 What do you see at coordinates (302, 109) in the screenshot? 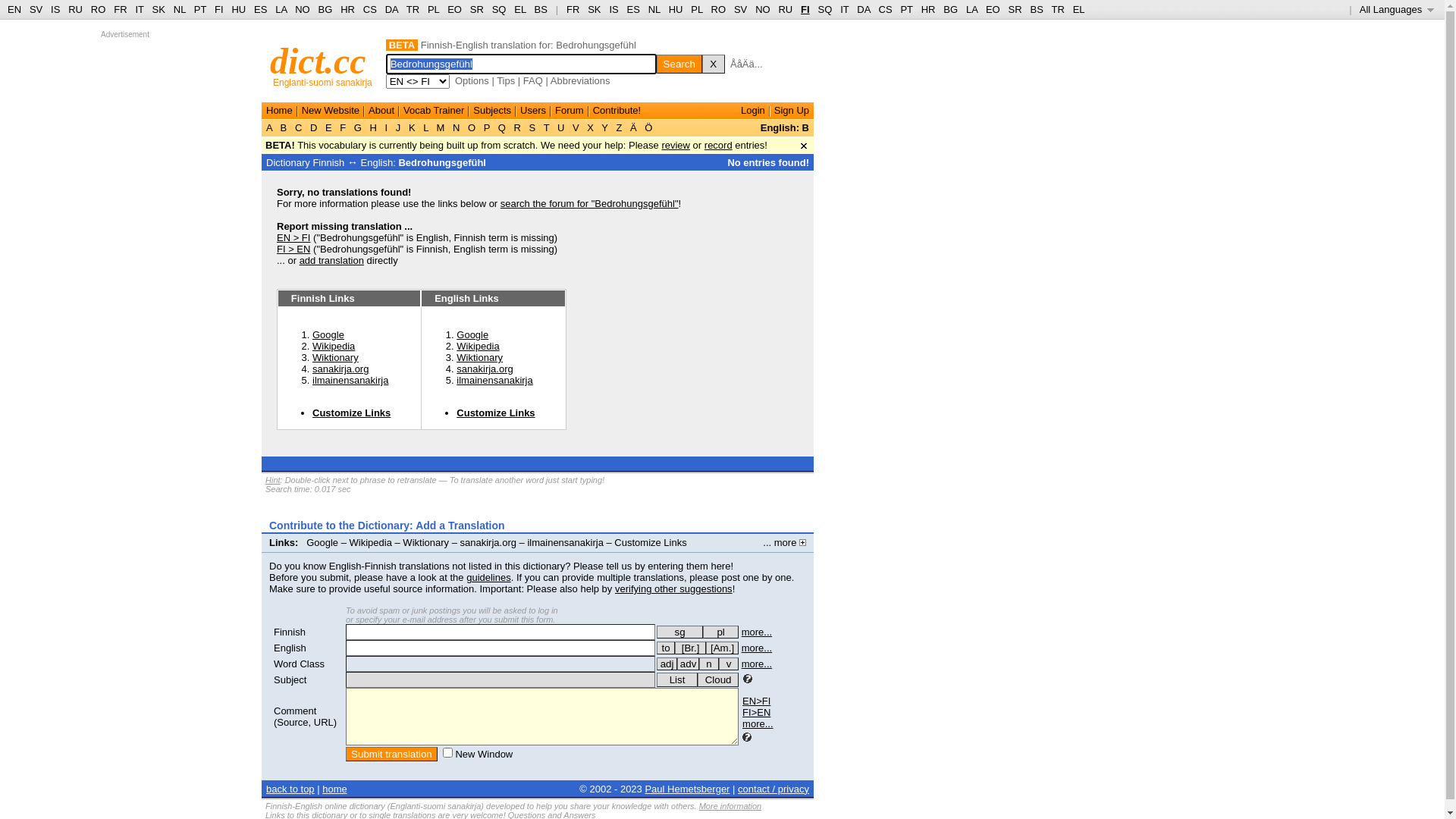
I see `'New Website'` at bounding box center [302, 109].